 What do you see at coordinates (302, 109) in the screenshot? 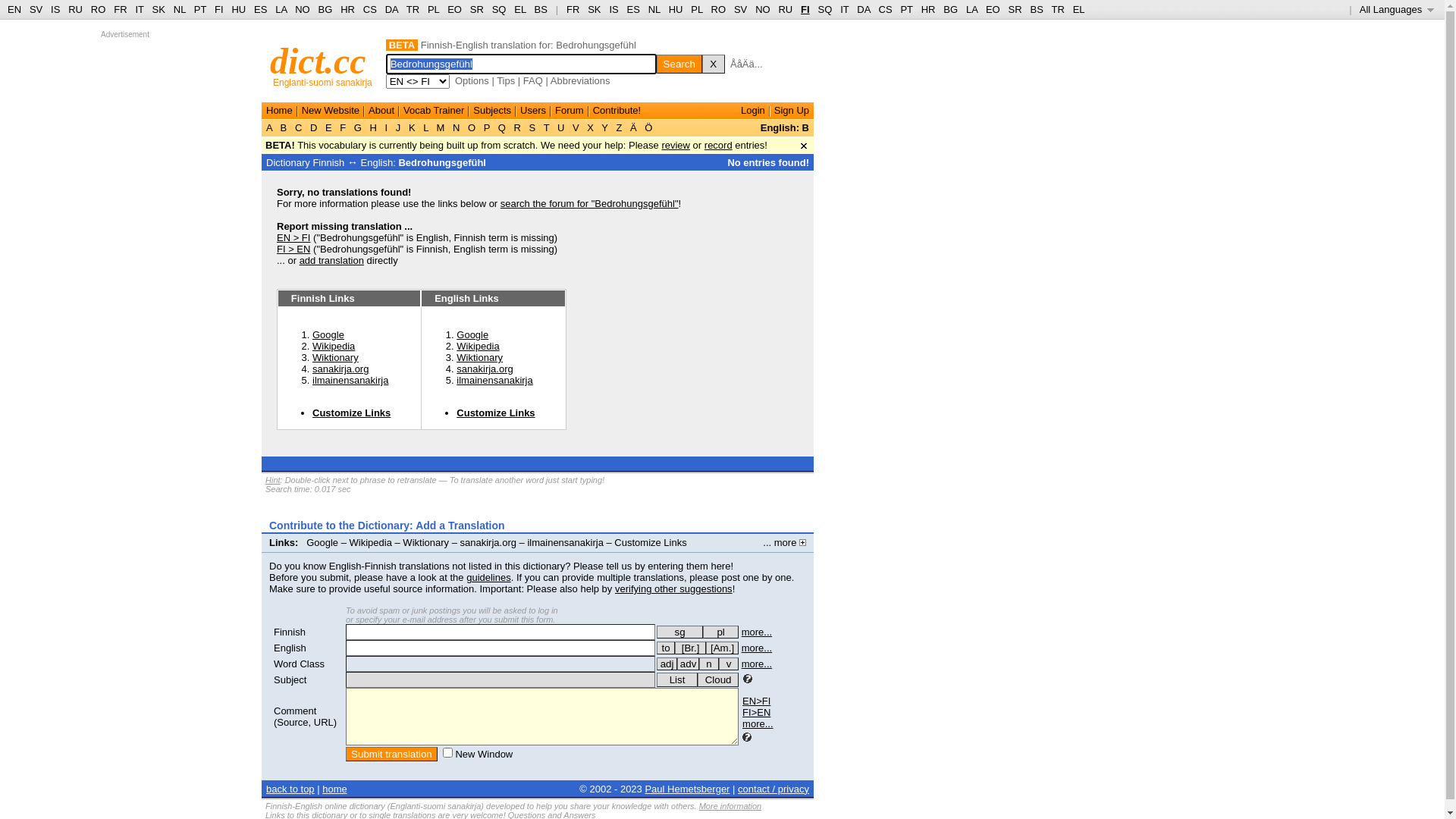
I see `'New Website'` at bounding box center [302, 109].